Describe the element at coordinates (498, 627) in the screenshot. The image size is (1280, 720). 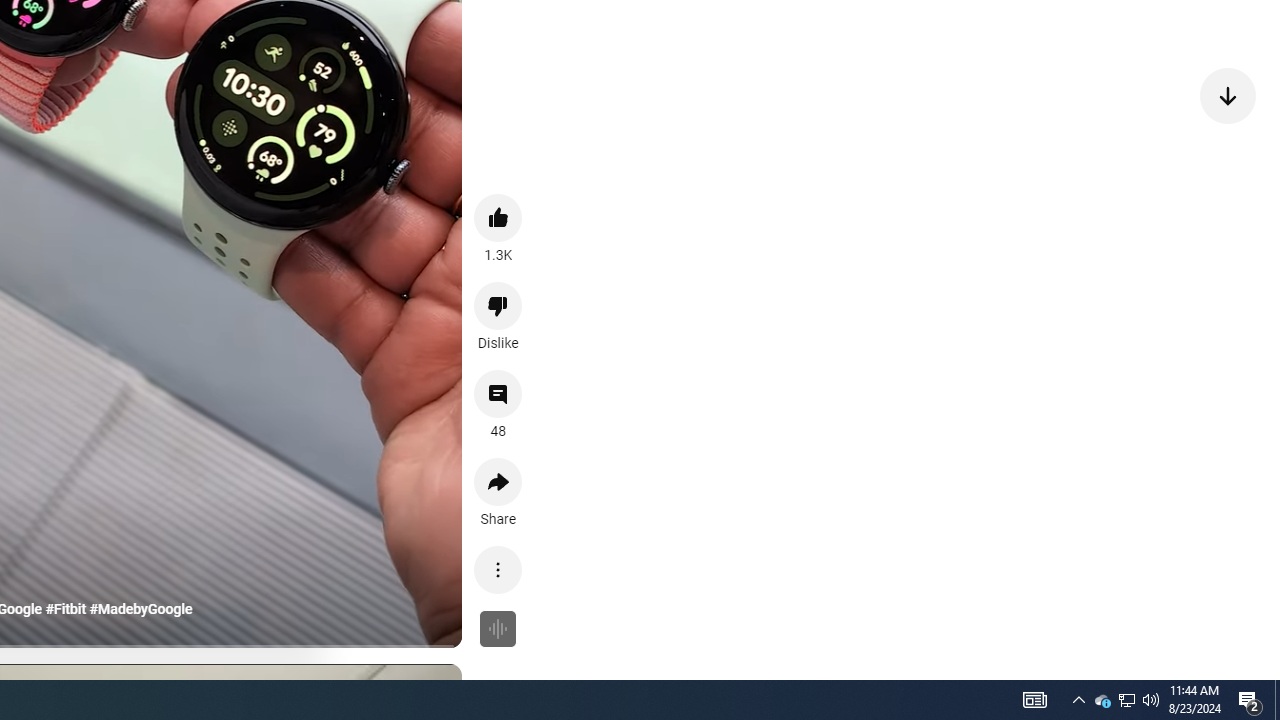
I see `'Feature not available for this video'` at that location.